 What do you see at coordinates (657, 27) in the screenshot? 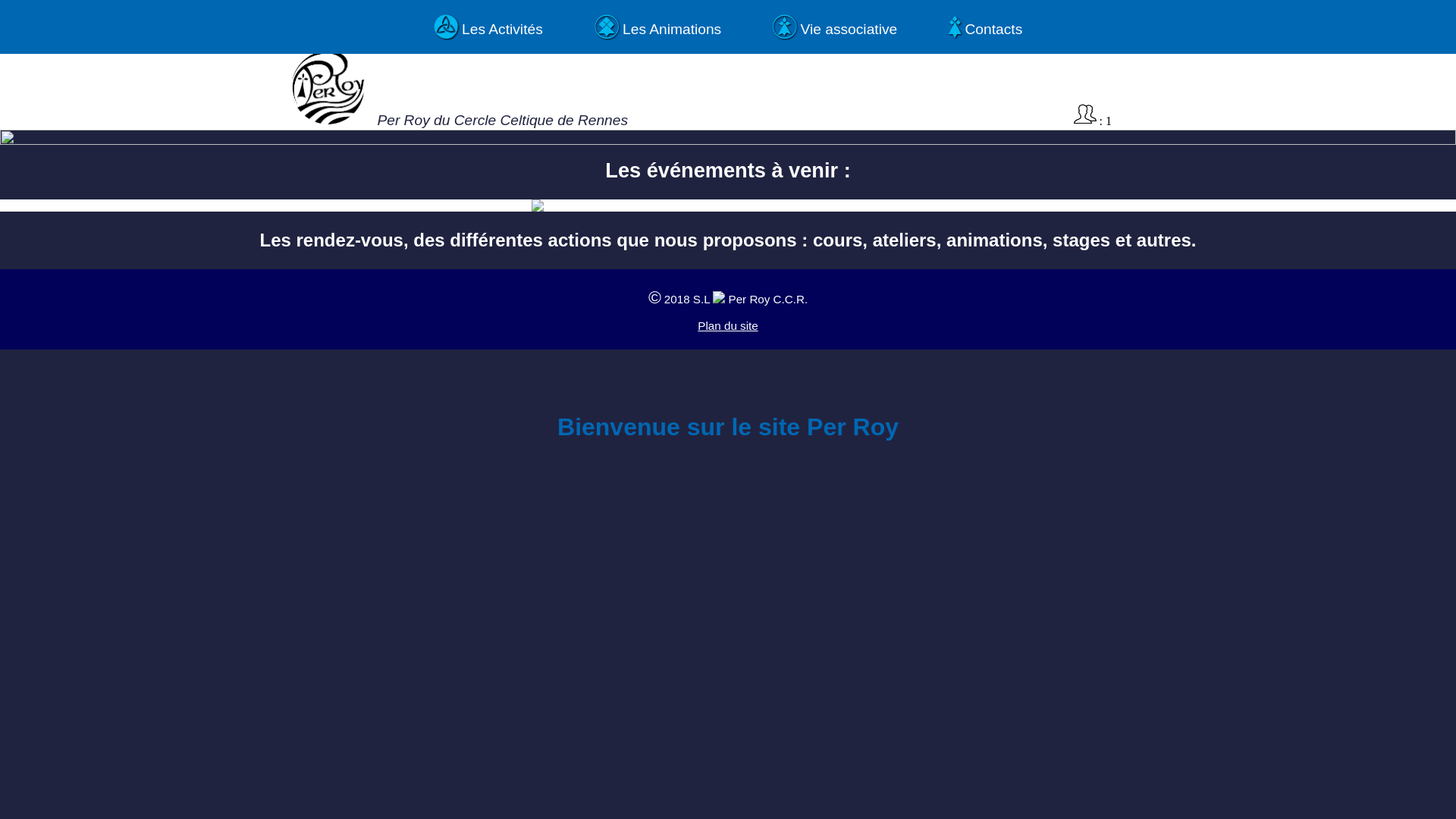
I see `', Les Animations'` at bounding box center [657, 27].